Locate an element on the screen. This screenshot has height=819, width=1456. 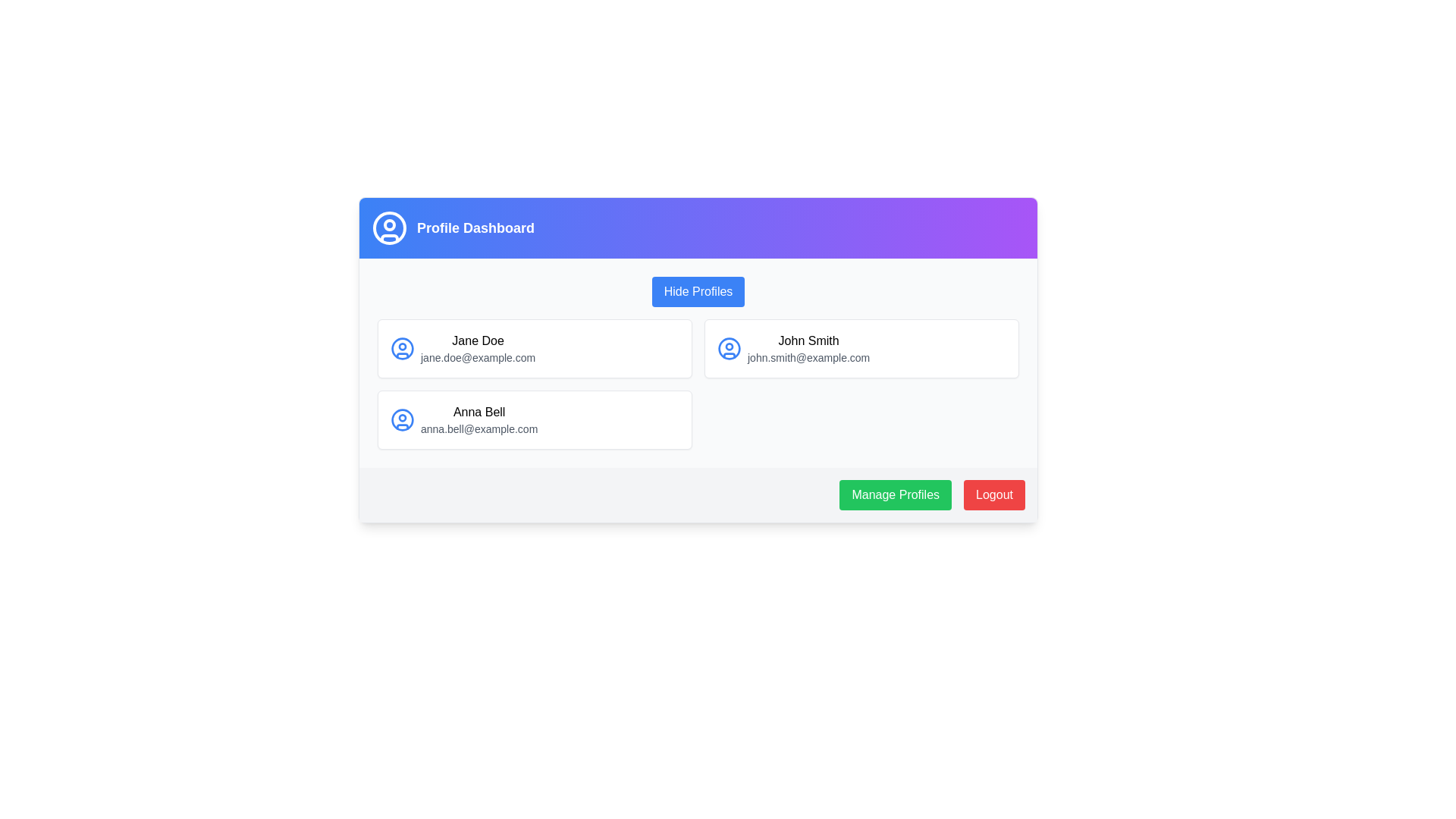
the profile icon representing 'Jane Doe' located is located at coordinates (403, 348).